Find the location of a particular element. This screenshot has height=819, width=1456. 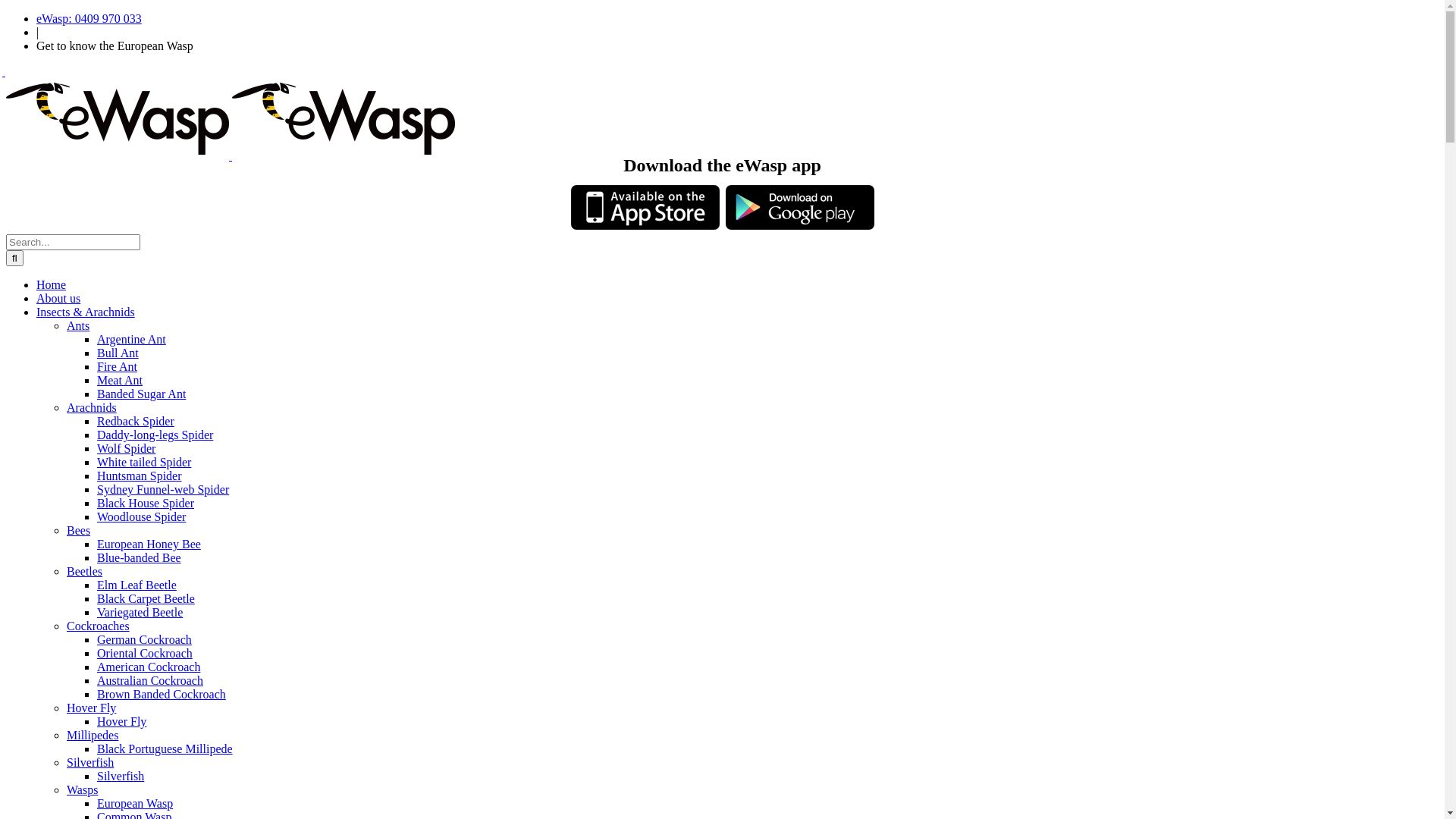

'|' is located at coordinates (37, 32).